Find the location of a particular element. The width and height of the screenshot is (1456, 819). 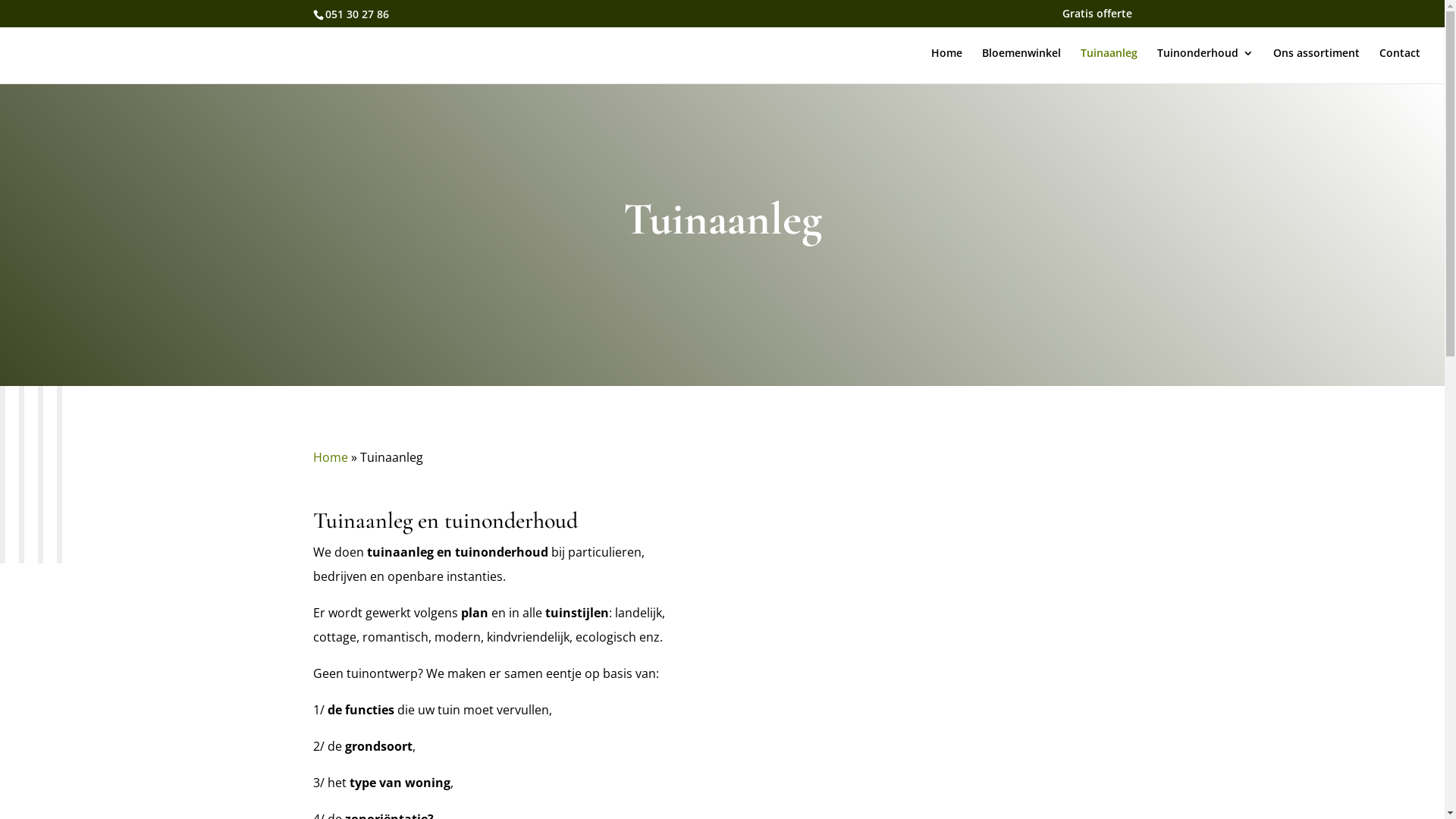

'051 30 27 86' is located at coordinates (323, 13).